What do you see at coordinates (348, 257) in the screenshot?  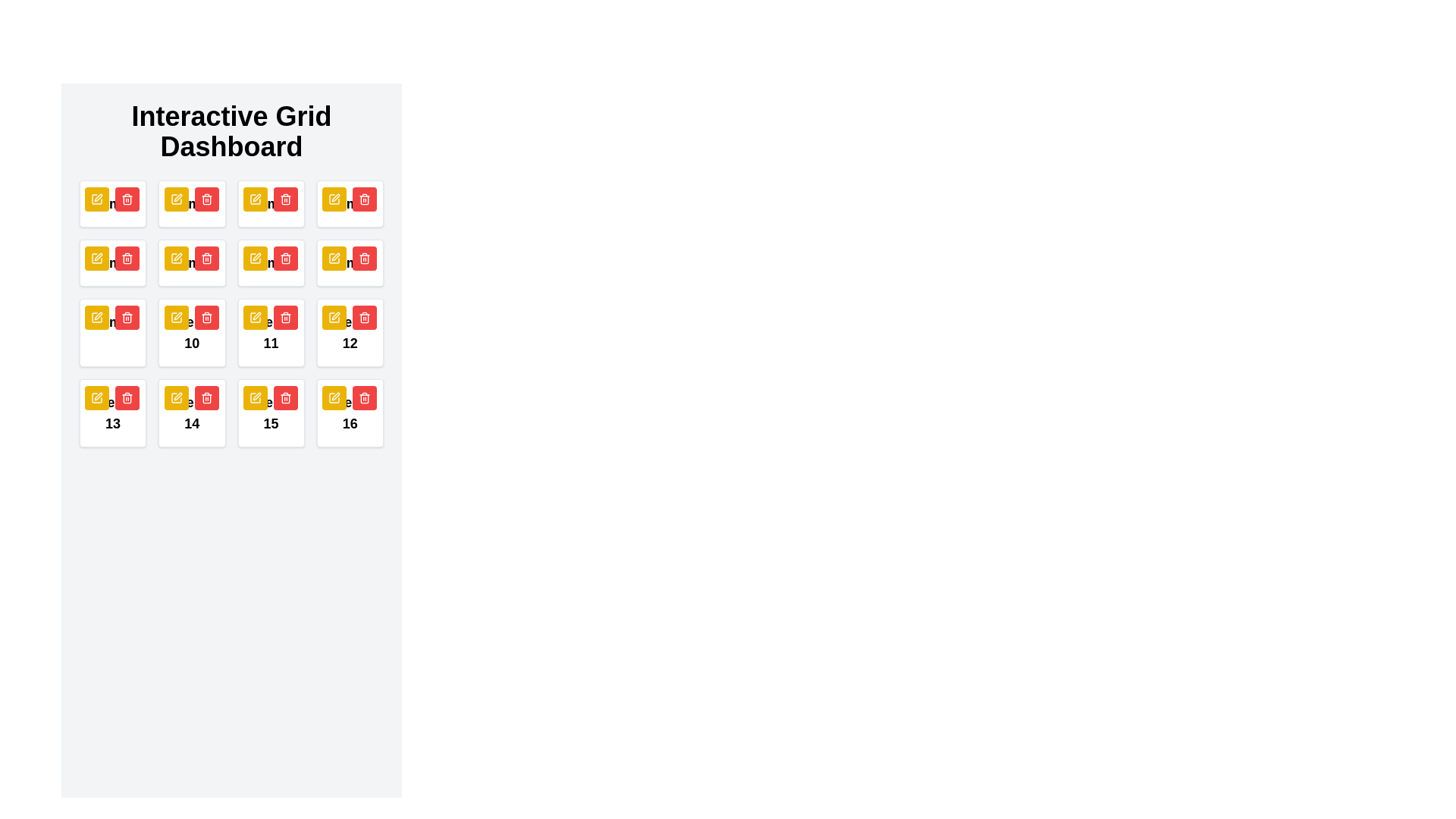 I see `the group of interactive buttons containing the yellow 'Edit' button and the red 'Delete' button located at the top-right corner of the card labeled 'Item 8'` at bounding box center [348, 257].